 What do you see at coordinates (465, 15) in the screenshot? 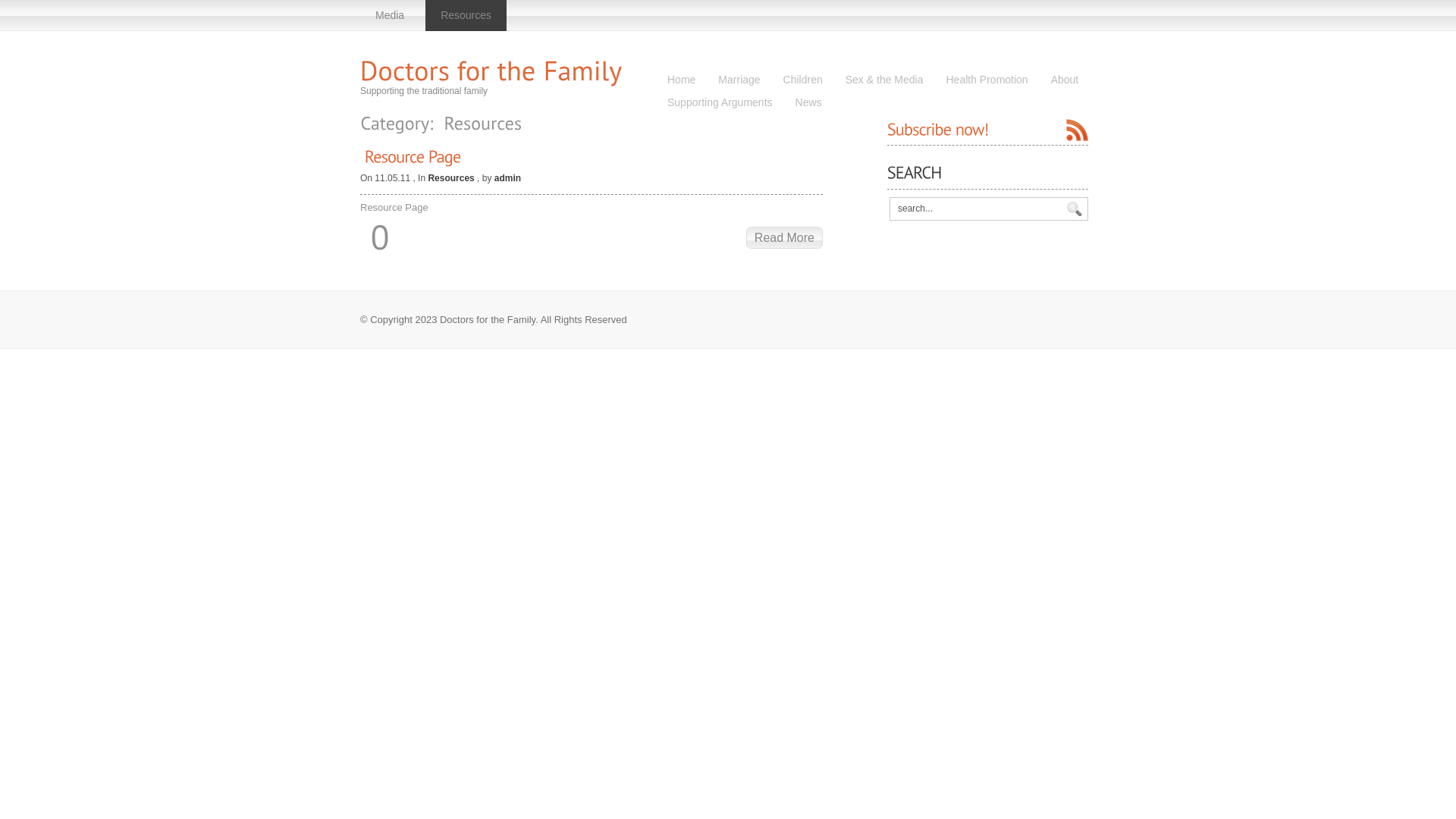
I see `'Resources'` at bounding box center [465, 15].